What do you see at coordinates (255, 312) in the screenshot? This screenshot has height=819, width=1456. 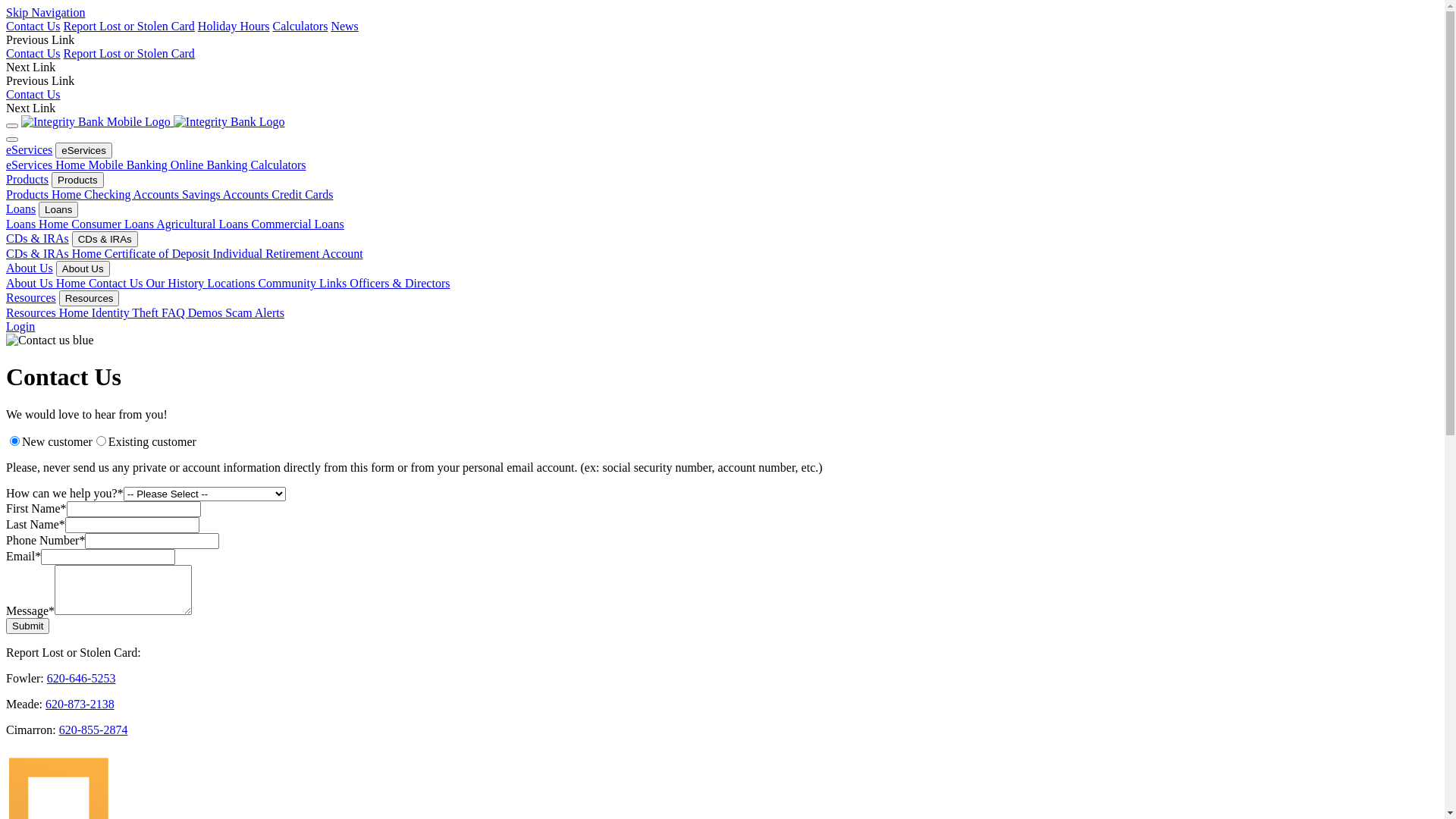 I see `'Scam Alerts'` at bounding box center [255, 312].